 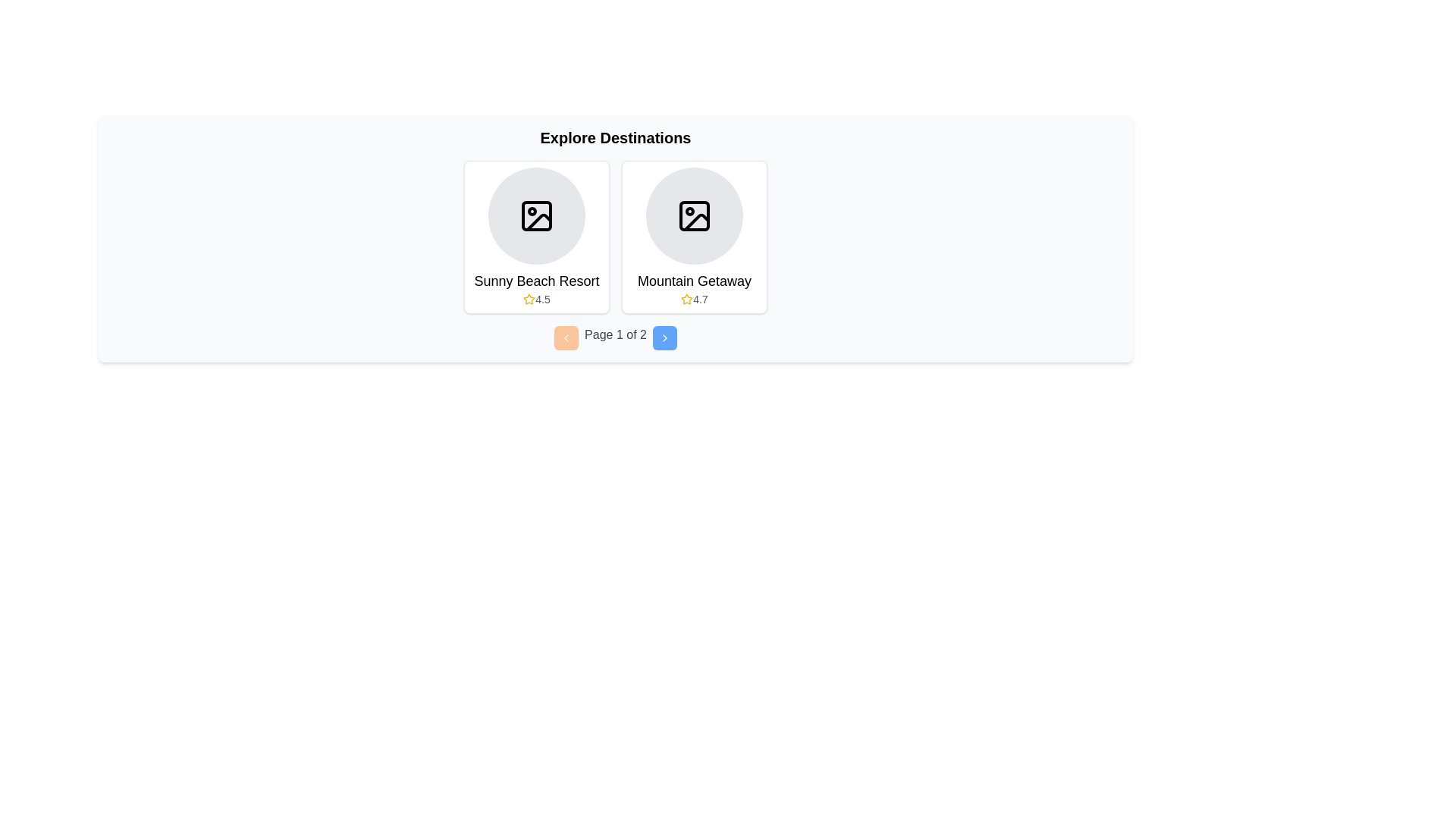 What do you see at coordinates (615, 337) in the screenshot?
I see `the Text Display element that indicates the current page and total number of pages, positioned below the main content and bordered by an orange button on the left and a blue button on the right` at bounding box center [615, 337].